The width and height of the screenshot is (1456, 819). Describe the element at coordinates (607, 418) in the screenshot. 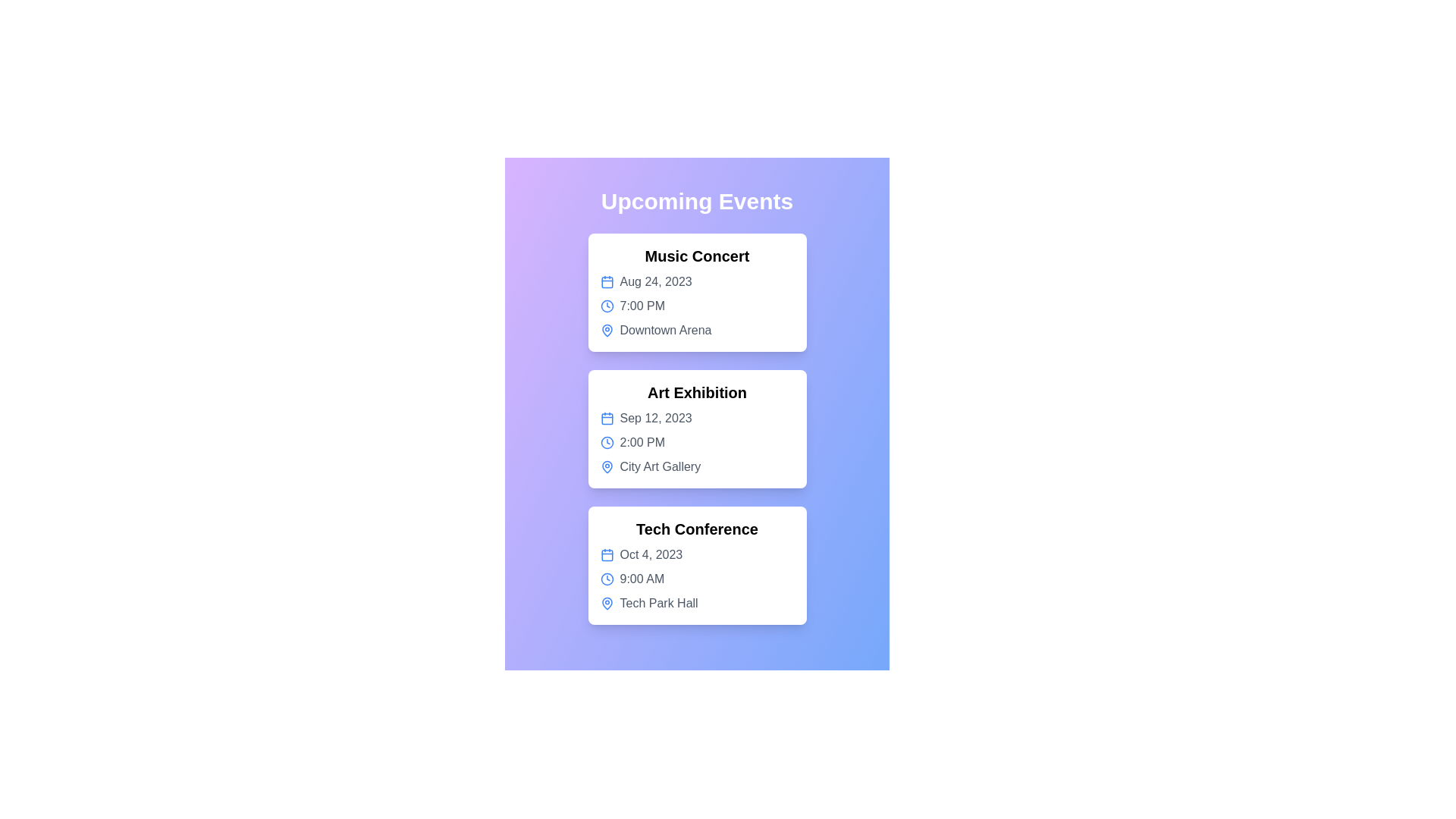

I see `the small, blue-outlined calendar icon representing a date, which is located next to the text 'Sep 12, 2023' in the second event card` at that location.